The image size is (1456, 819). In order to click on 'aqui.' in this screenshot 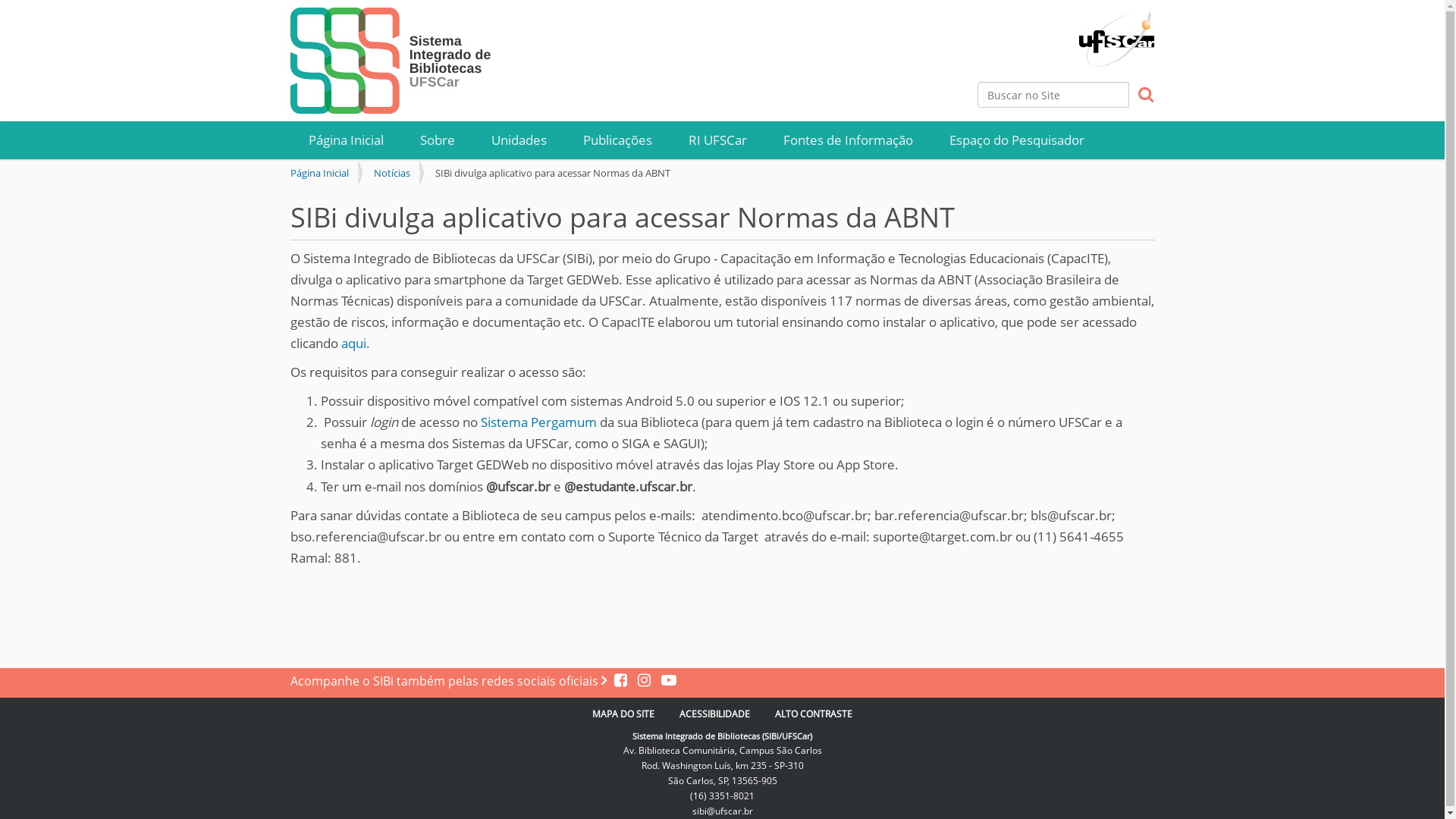, I will do `click(340, 343)`.